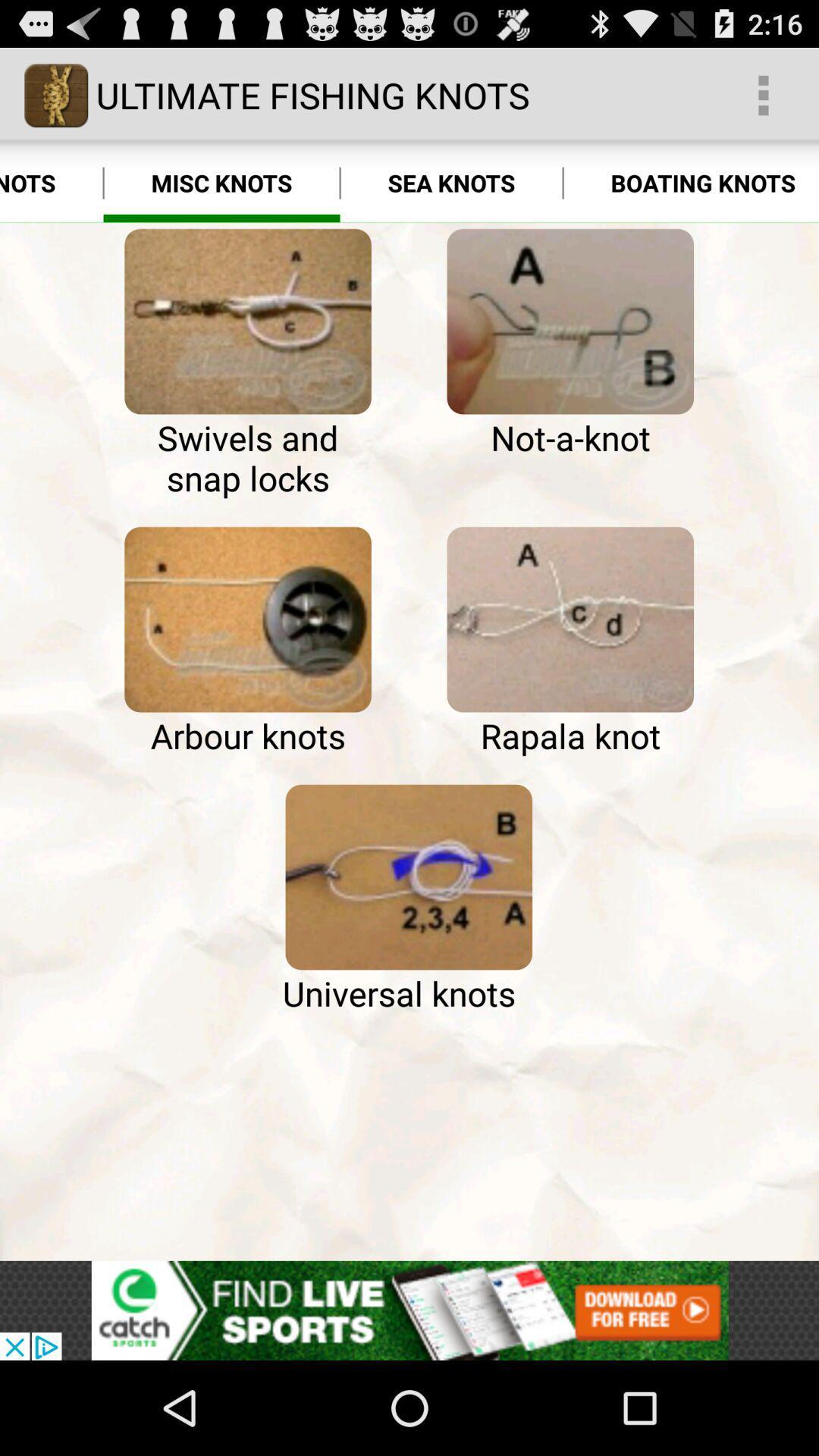  I want to click on rapala knot, so click(570, 620).